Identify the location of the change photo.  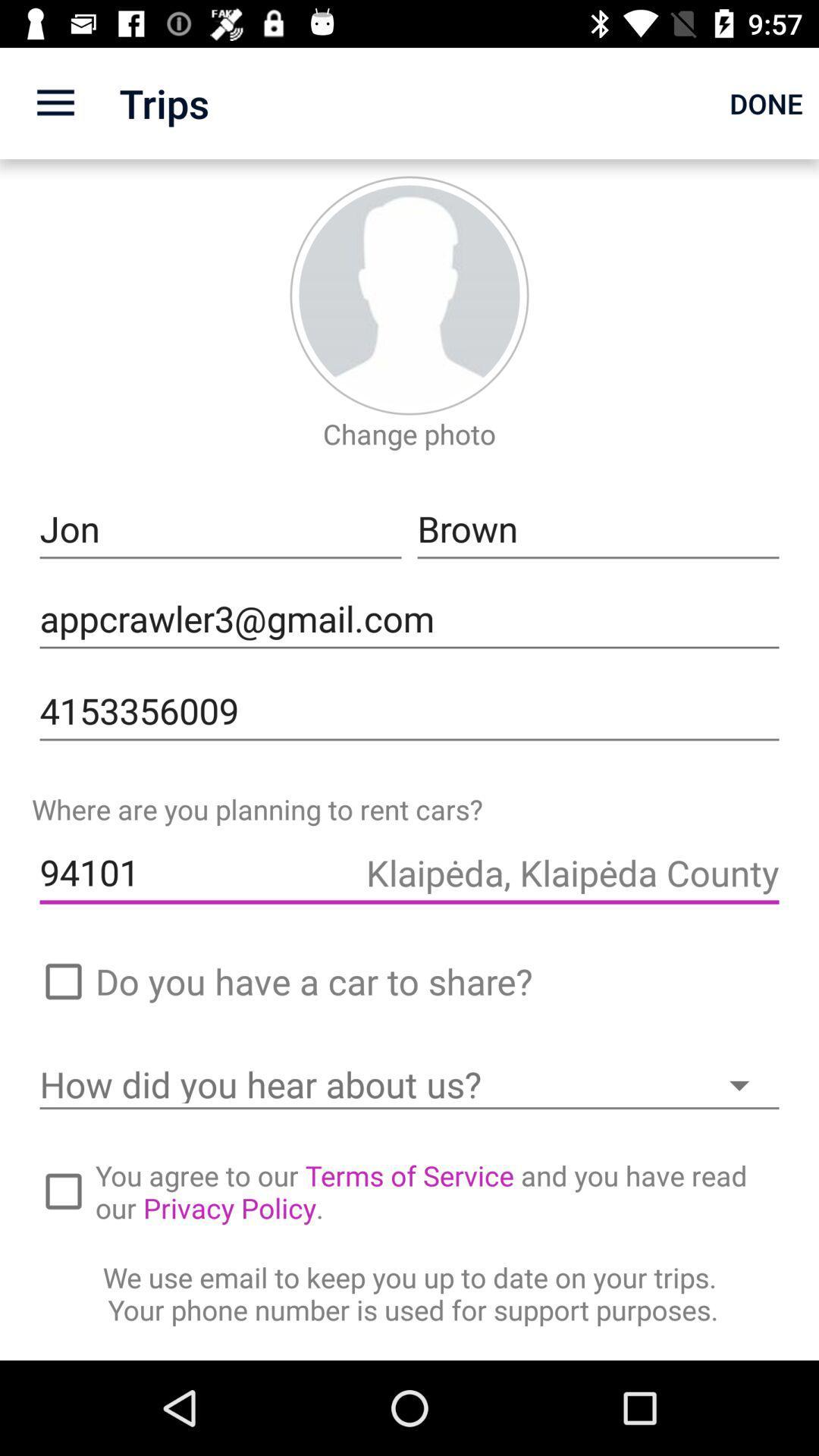
(409, 433).